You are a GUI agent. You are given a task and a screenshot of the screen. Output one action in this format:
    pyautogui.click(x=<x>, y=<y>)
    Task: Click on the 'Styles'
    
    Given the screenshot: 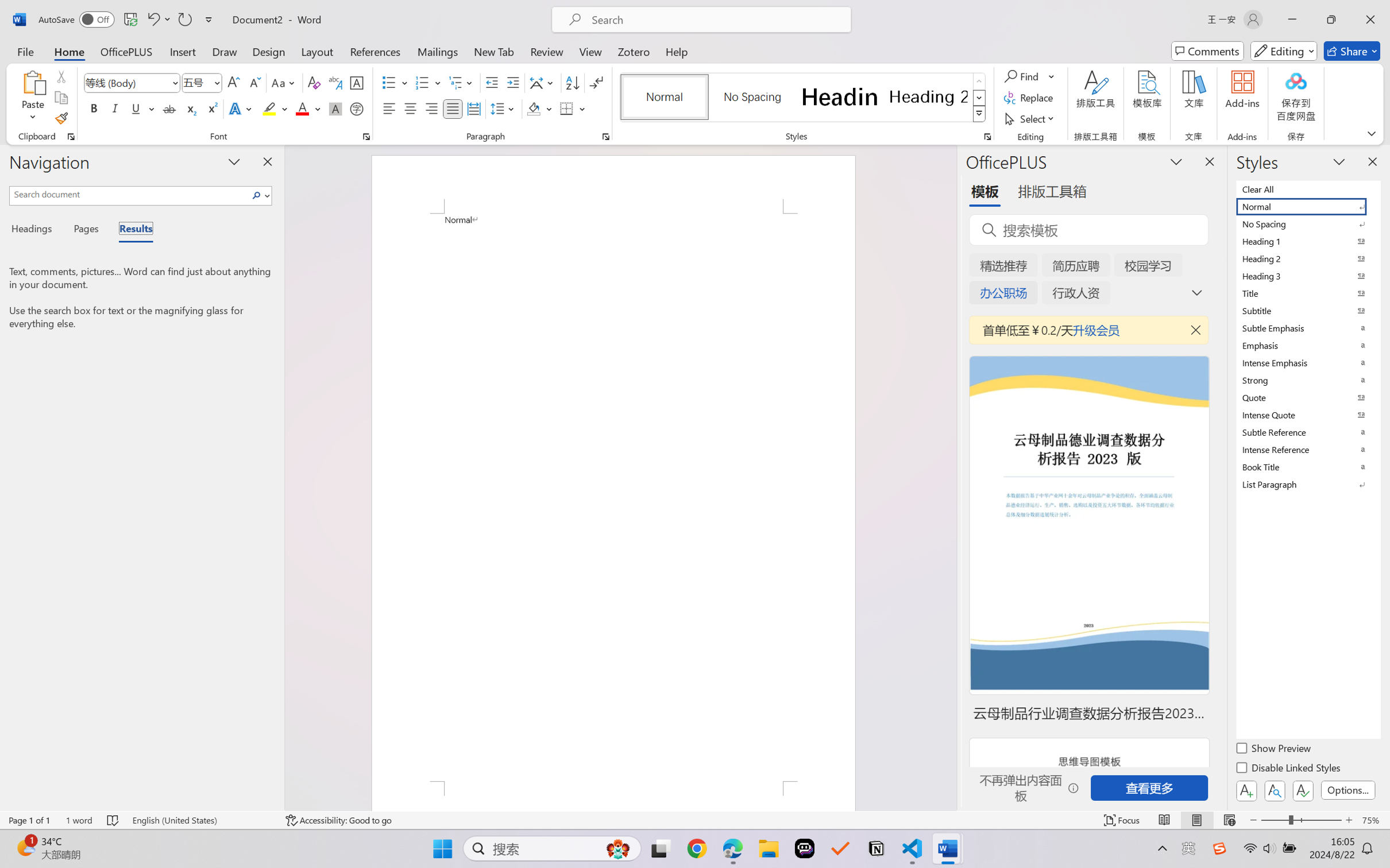 What is the action you would take?
    pyautogui.click(x=978, y=114)
    